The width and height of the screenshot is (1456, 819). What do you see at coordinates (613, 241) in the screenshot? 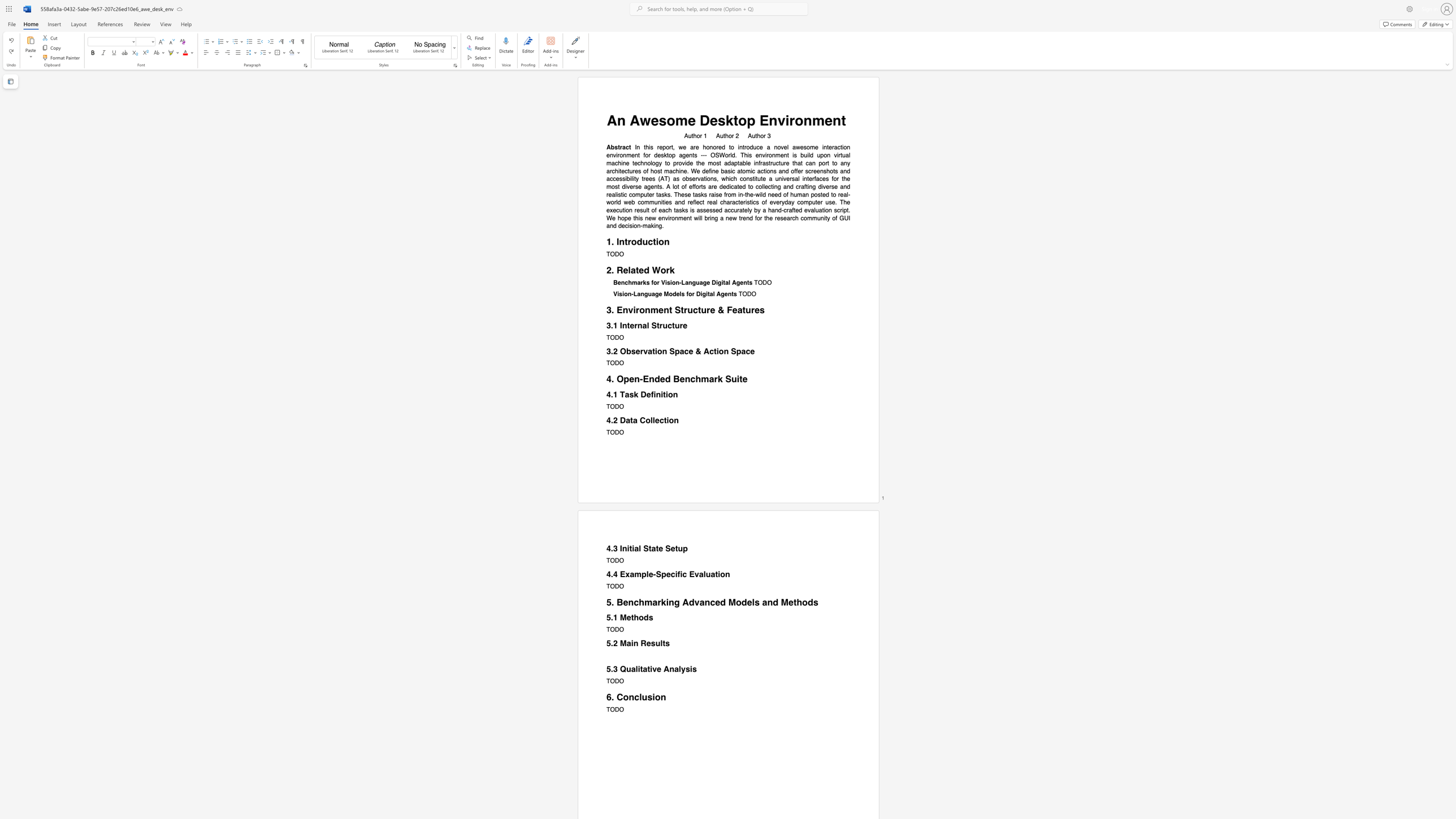
I see `the 1th character "." in the text` at bounding box center [613, 241].